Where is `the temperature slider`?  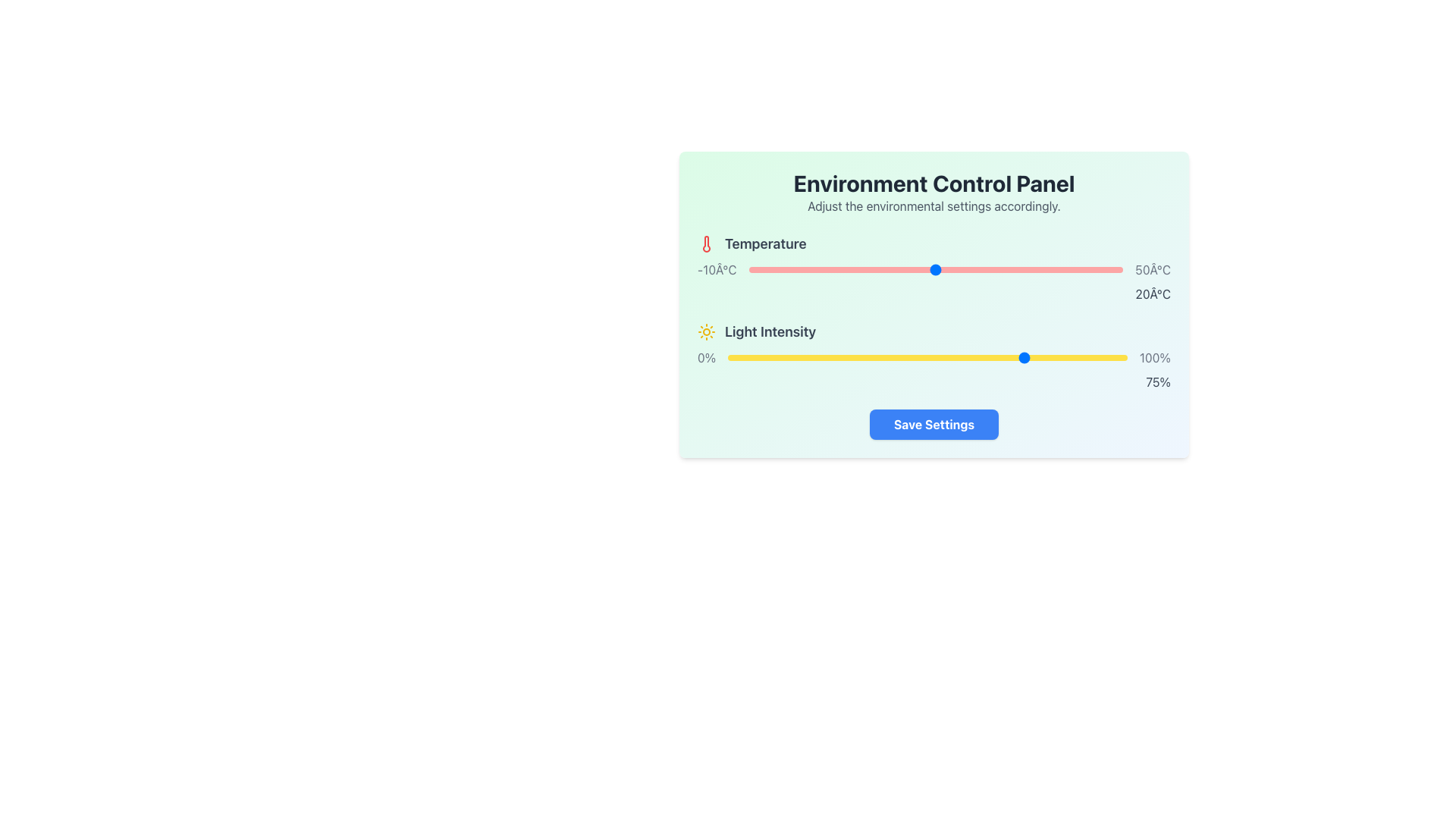 the temperature slider is located at coordinates (1117, 268).